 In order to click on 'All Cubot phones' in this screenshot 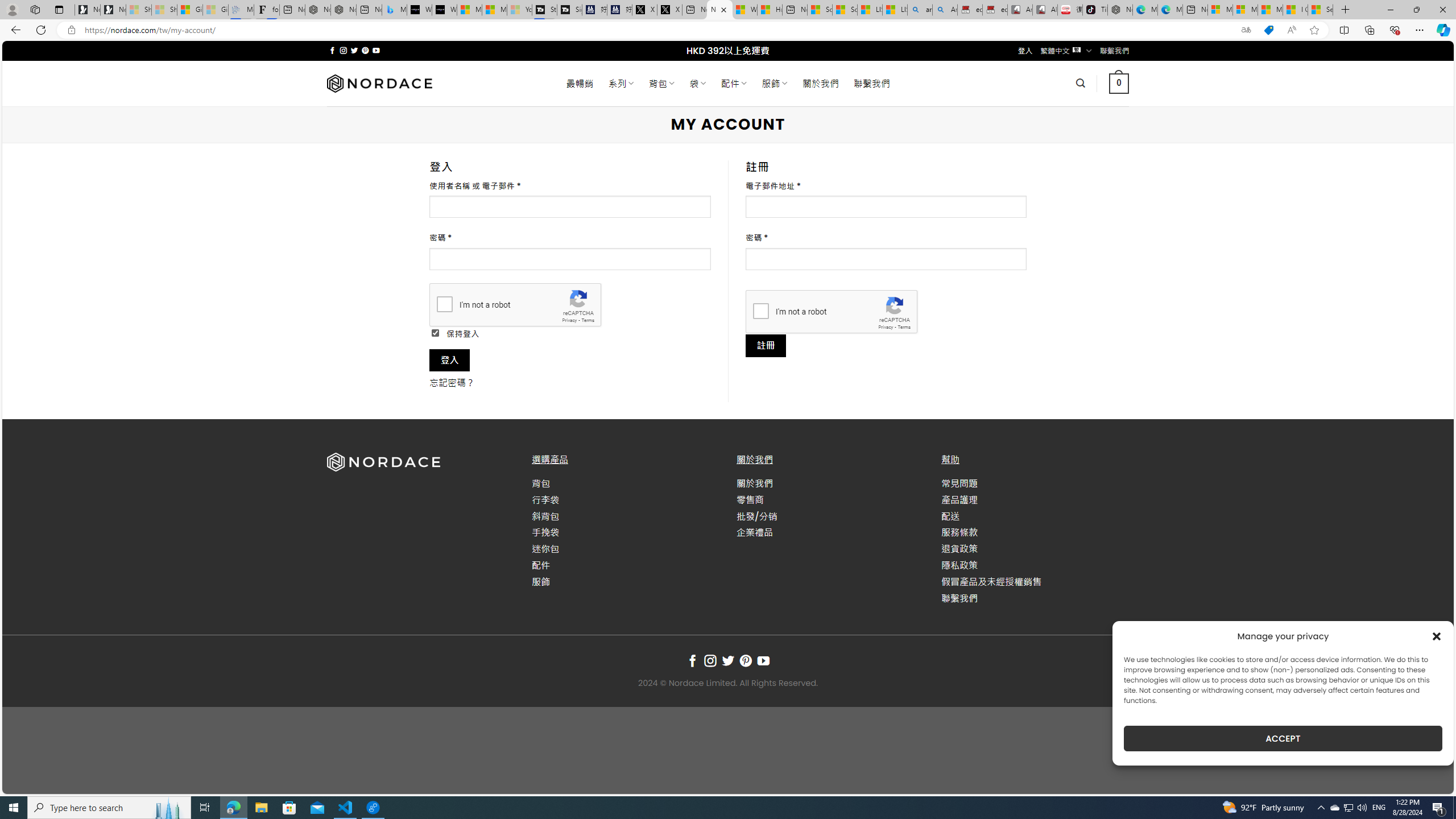, I will do `click(1045, 9)`.